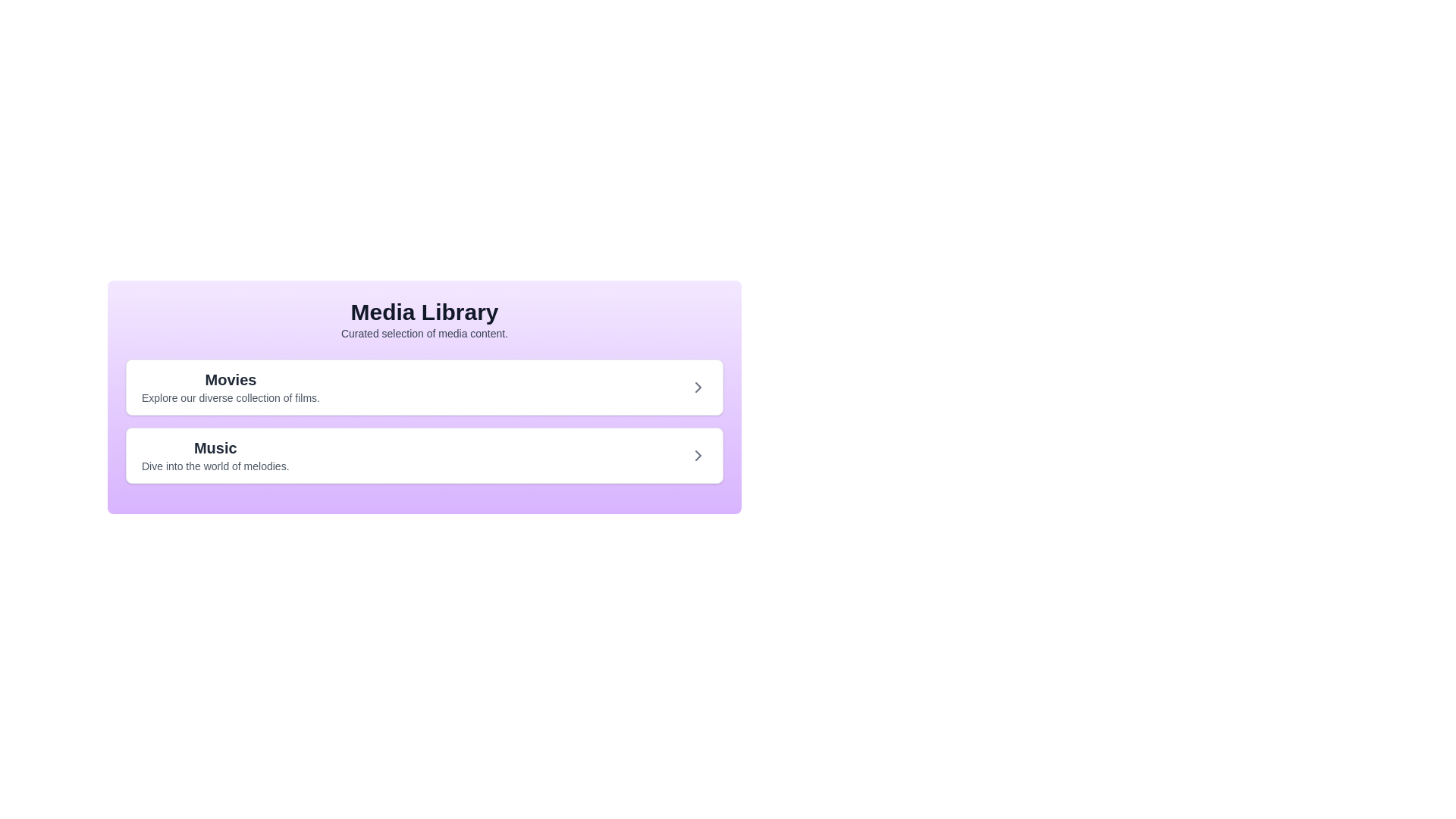 Image resolution: width=1456 pixels, height=819 pixels. What do you see at coordinates (698, 386) in the screenshot?
I see `the small gray chevron icon located at the far-right edge of the 'Movies' card` at bounding box center [698, 386].